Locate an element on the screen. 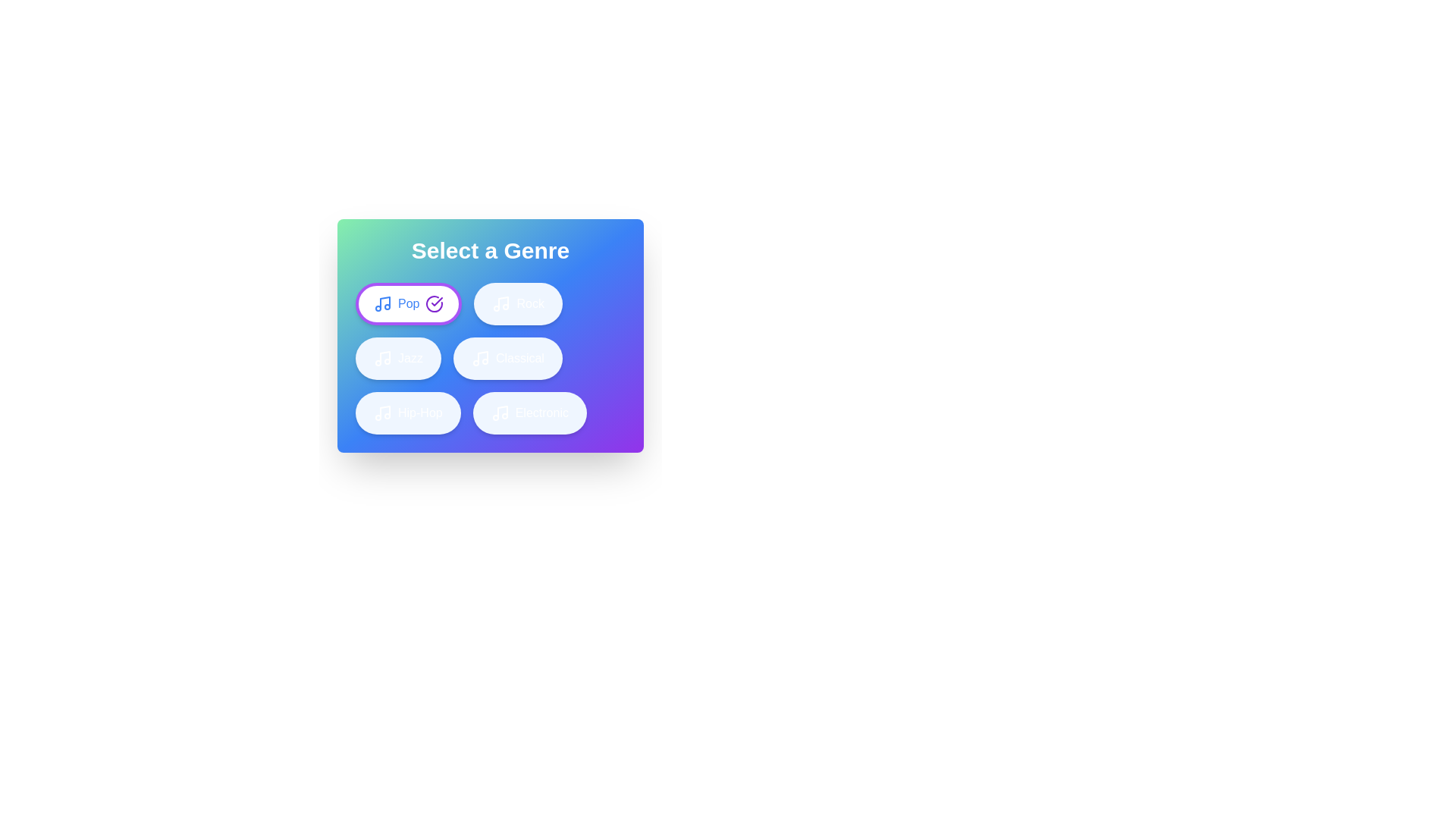 This screenshot has width=1456, height=819. the 'Jazz' button containing the SVG musical note icon by moving the cursor to its center is located at coordinates (382, 359).